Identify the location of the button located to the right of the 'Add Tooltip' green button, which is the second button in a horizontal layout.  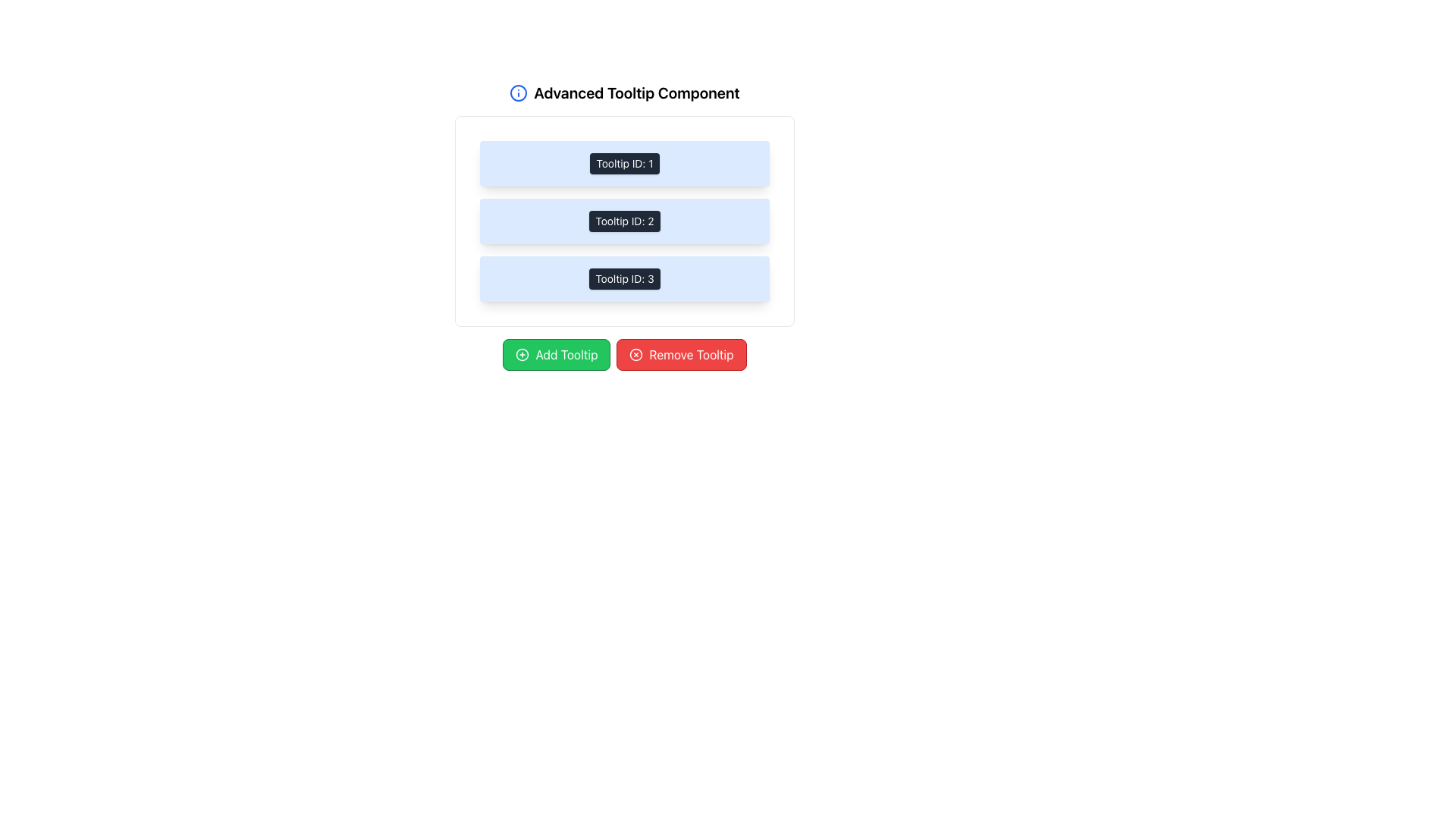
(680, 354).